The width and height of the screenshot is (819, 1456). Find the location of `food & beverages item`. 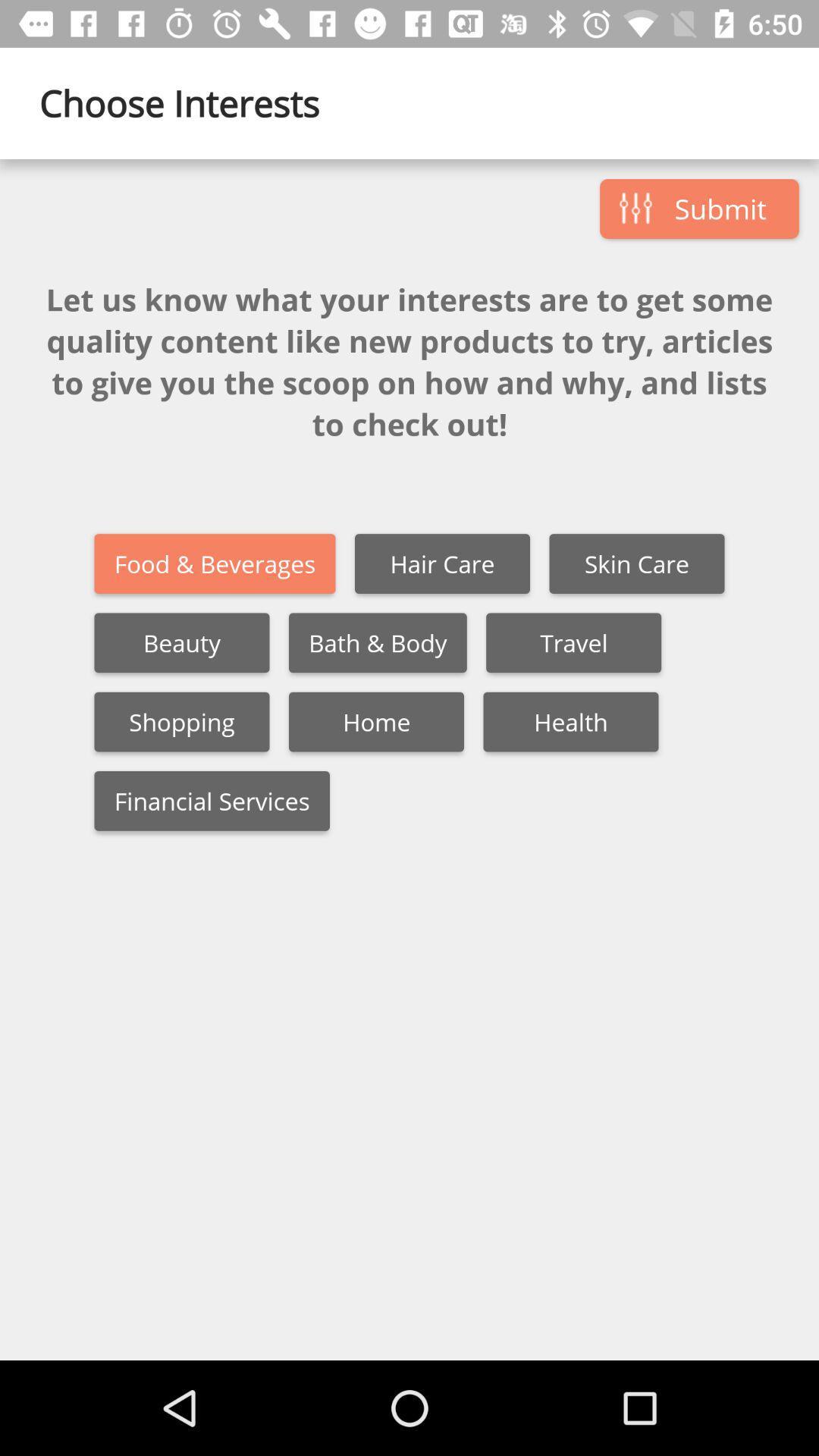

food & beverages item is located at coordinates (215, 563).